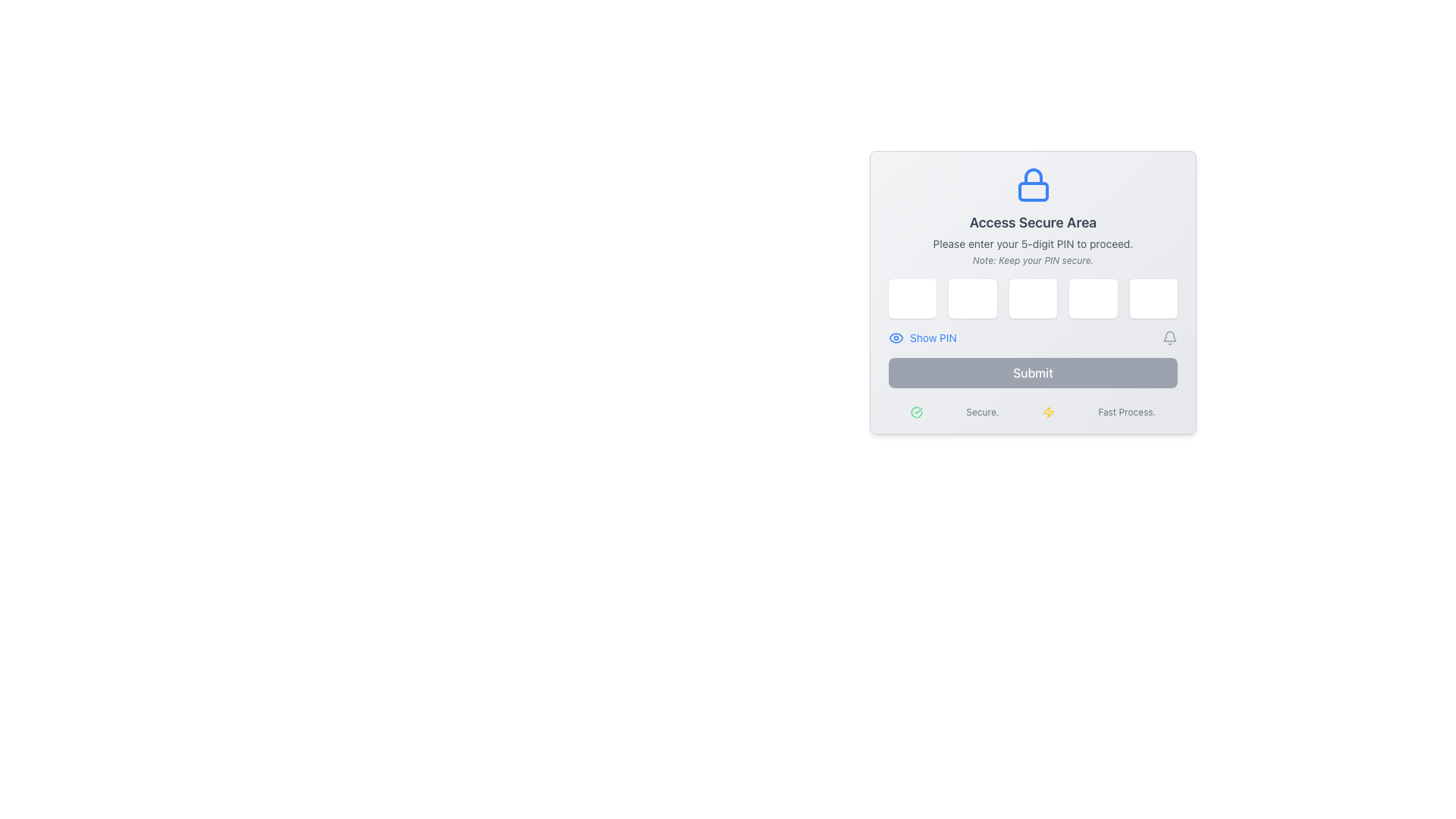 This screenshot has width=1456, height=819. What do you see at coordinates (1093, 298) in the screenshot?
I see `the fourth password input box to focus the field for entering the PIN character` at bounding box center [1093, 298].